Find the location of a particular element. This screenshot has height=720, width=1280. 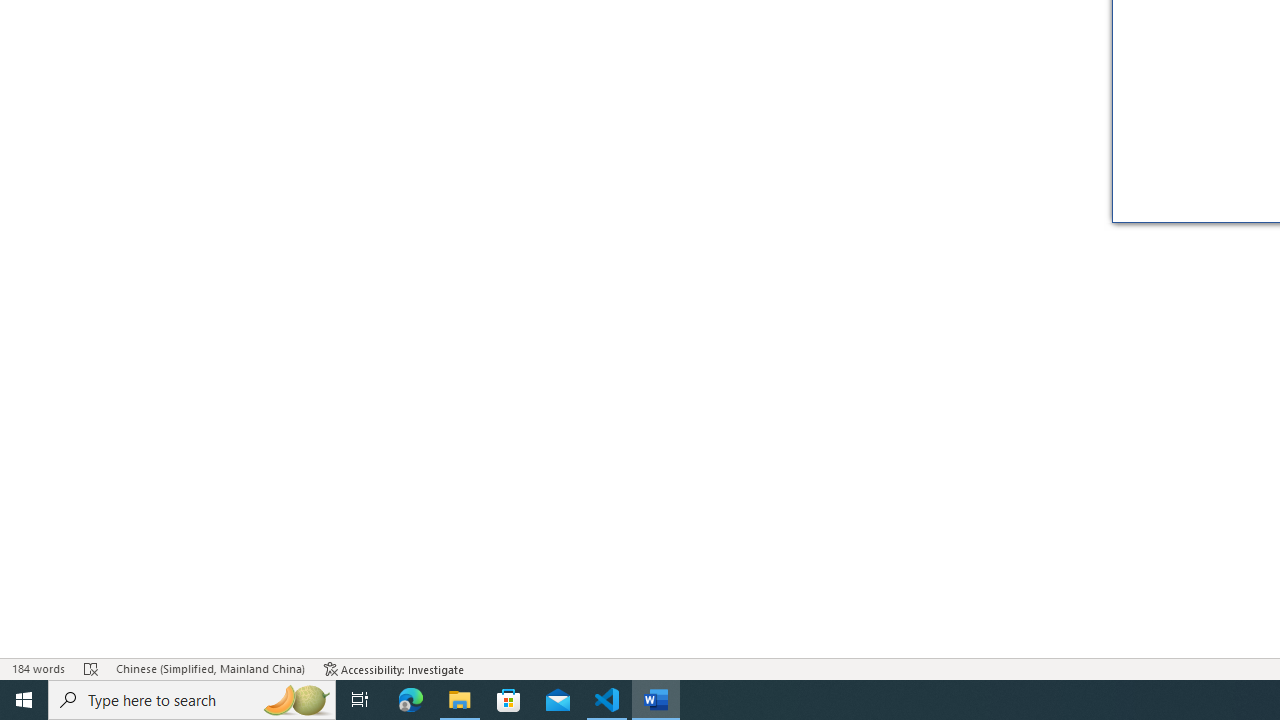

'Start' is located at coordinates (24, 698).